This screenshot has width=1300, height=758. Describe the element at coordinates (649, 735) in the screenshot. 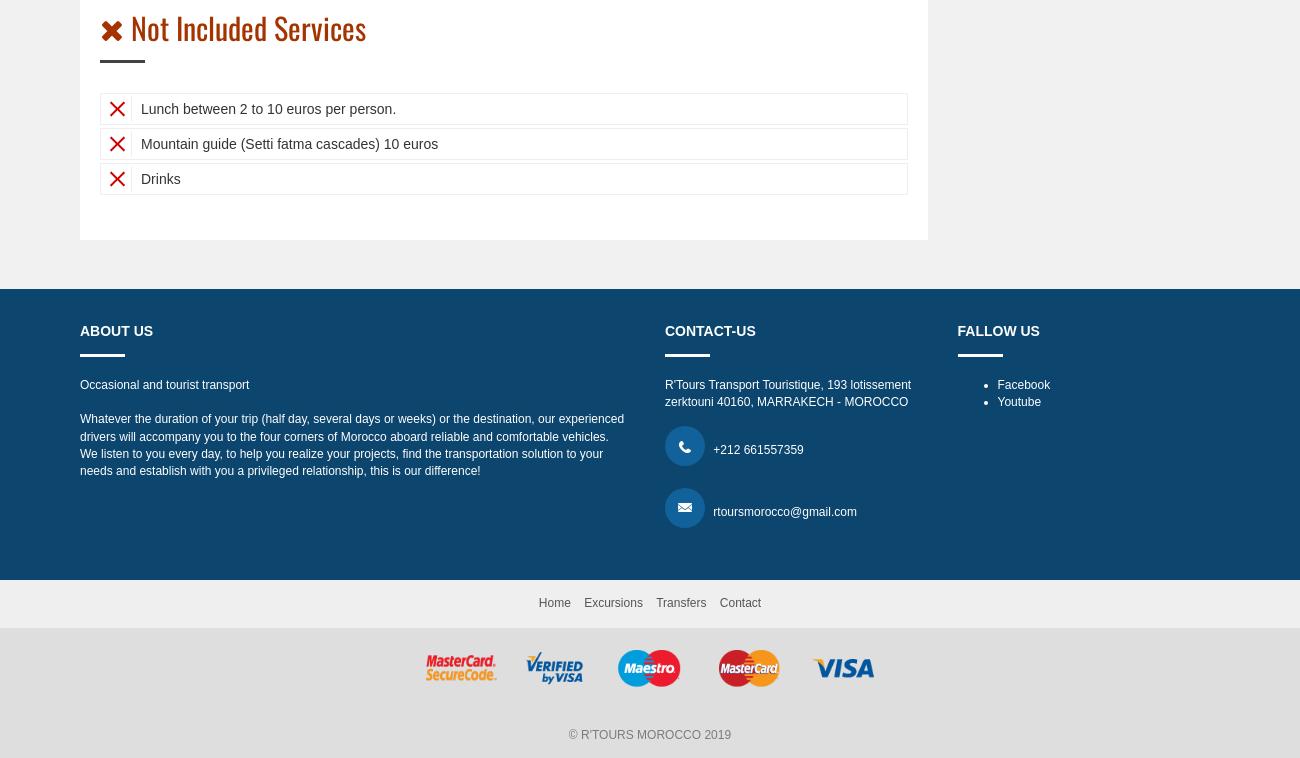

I see `'© R'TOURS MOROCCO 2019'` at that location.